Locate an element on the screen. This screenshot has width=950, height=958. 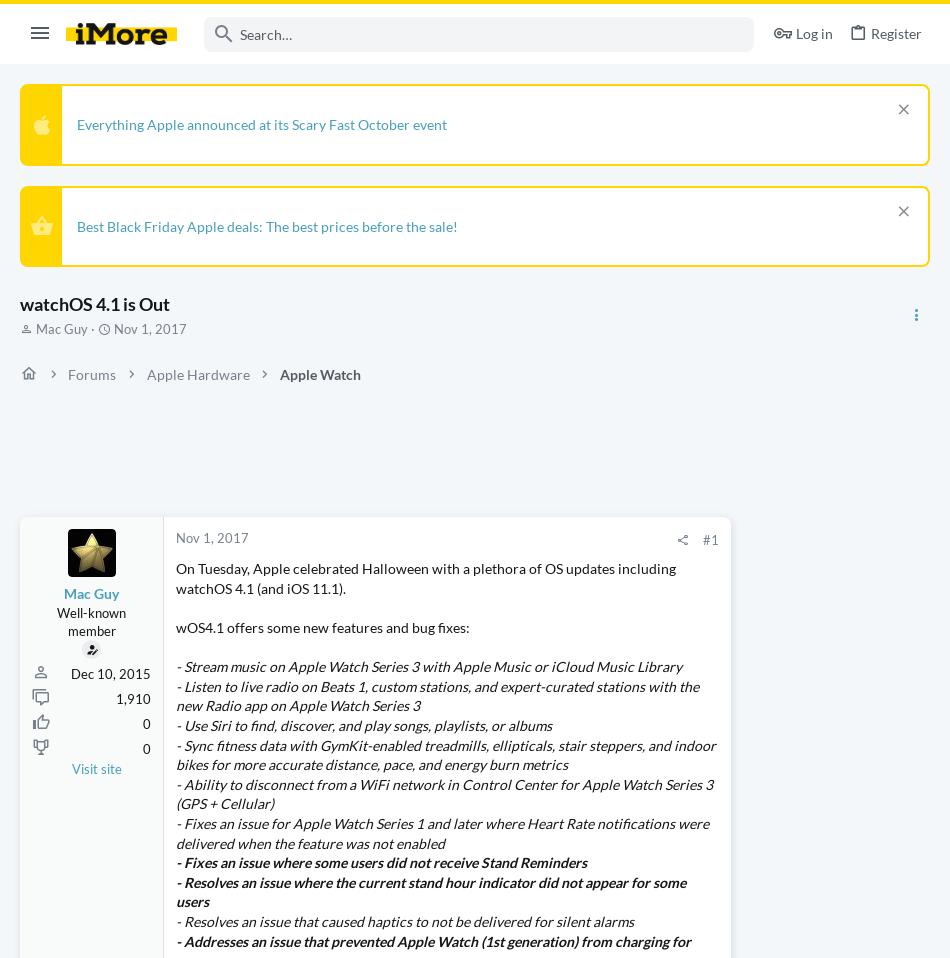
'- Fixes an issue where some users did not receive Stand Reminders' is located at coordinates (380, 901).